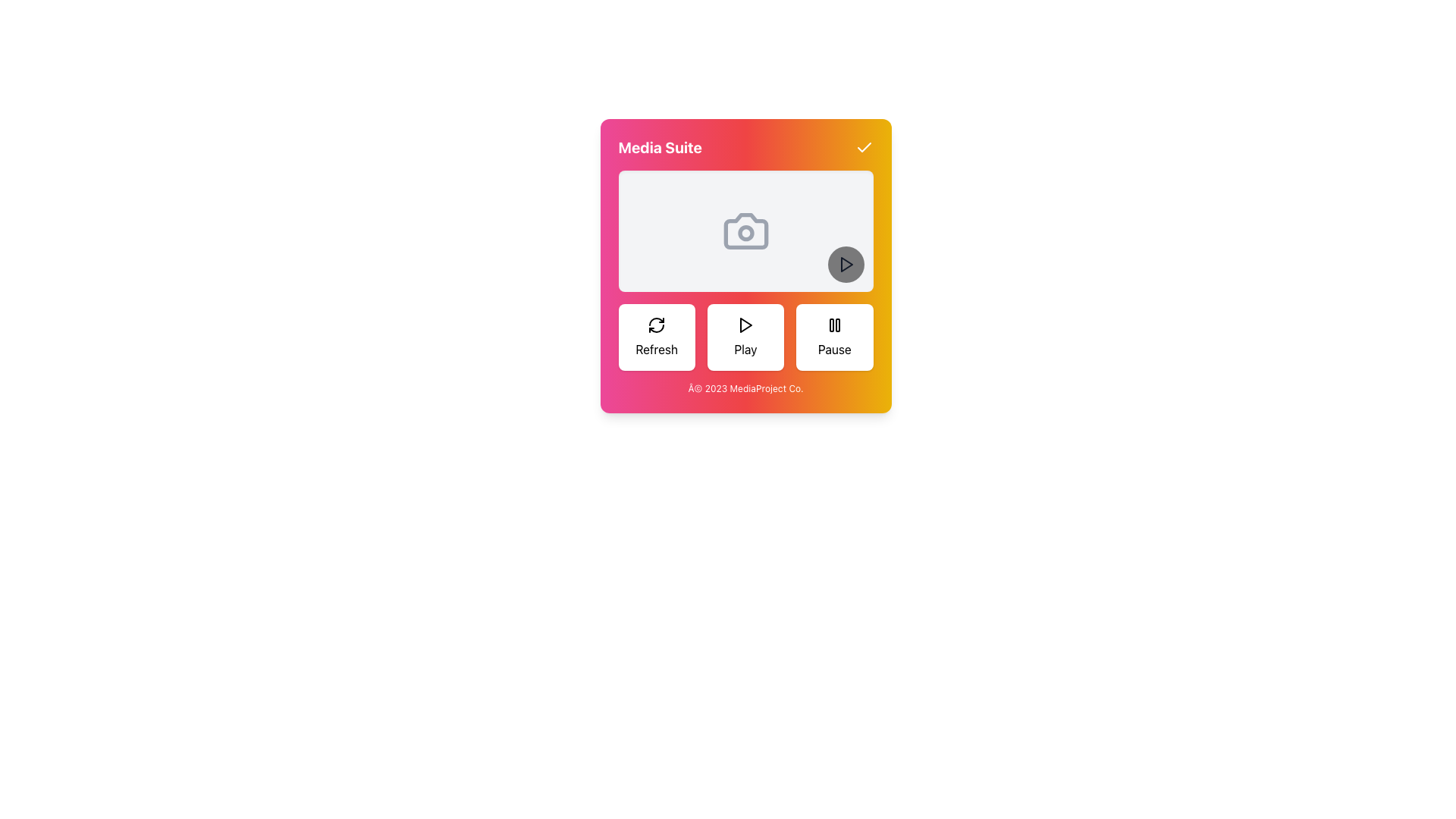 This screenshot has width=1456, height=819. I want to click on the checkmark icon located in the upper-right corner of the interface, adjacent to the title 'Media Suite', so click(864, 147).